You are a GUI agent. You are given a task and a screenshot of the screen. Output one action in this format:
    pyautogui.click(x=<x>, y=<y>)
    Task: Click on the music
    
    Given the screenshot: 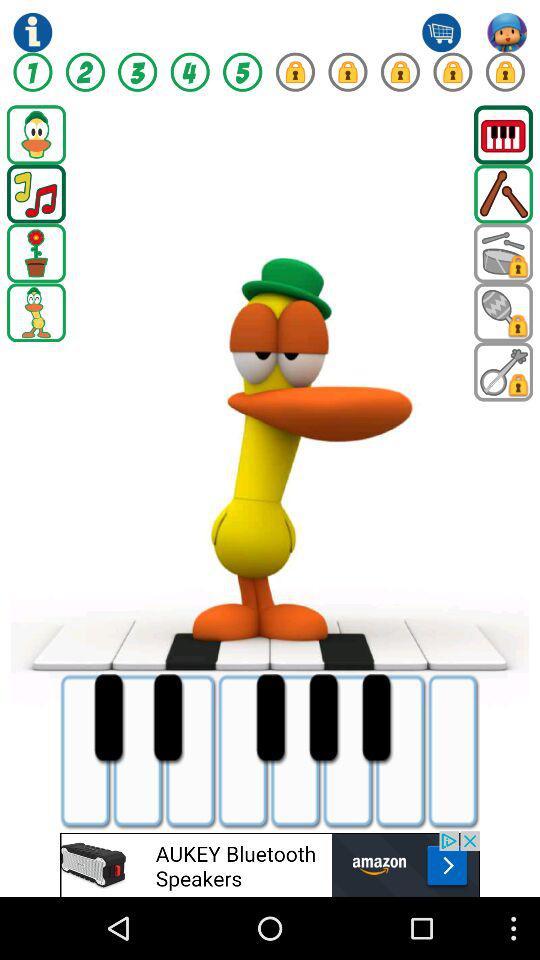 What is the action you would take?
    pyautogui.click(x=36, y=194)
    